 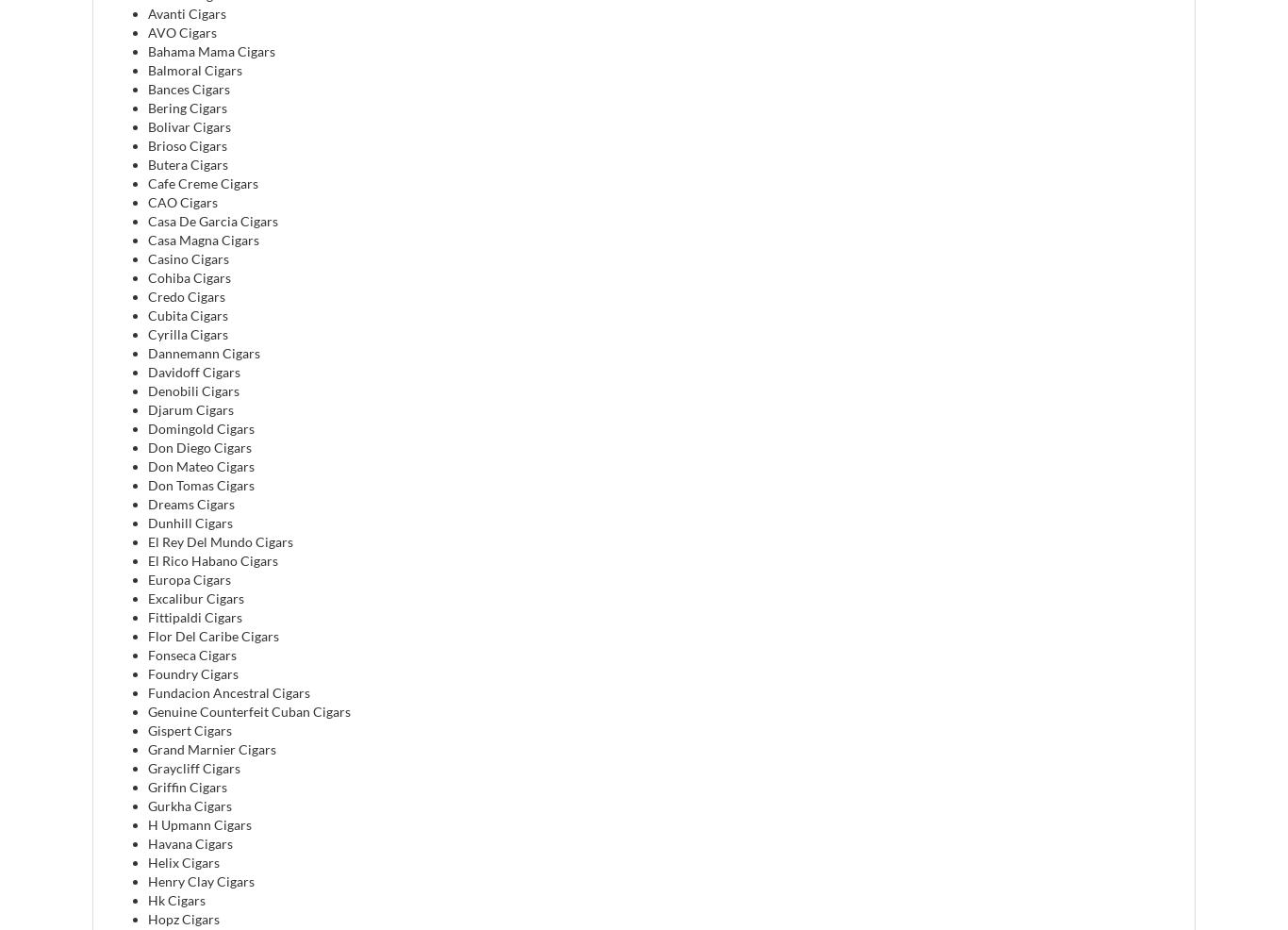 I want to click on 'Helix Cigars', so click(x=183, y=861).